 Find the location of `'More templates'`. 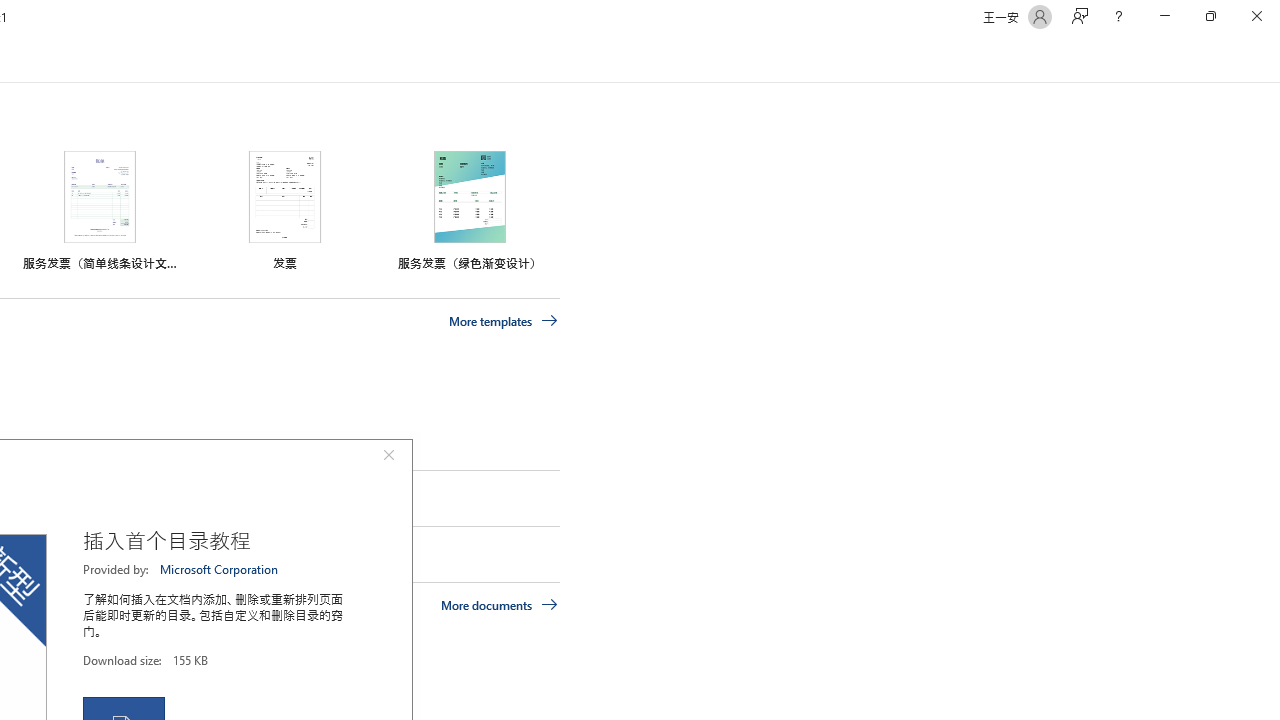

'More templates' is located at coordinates (503, 320).